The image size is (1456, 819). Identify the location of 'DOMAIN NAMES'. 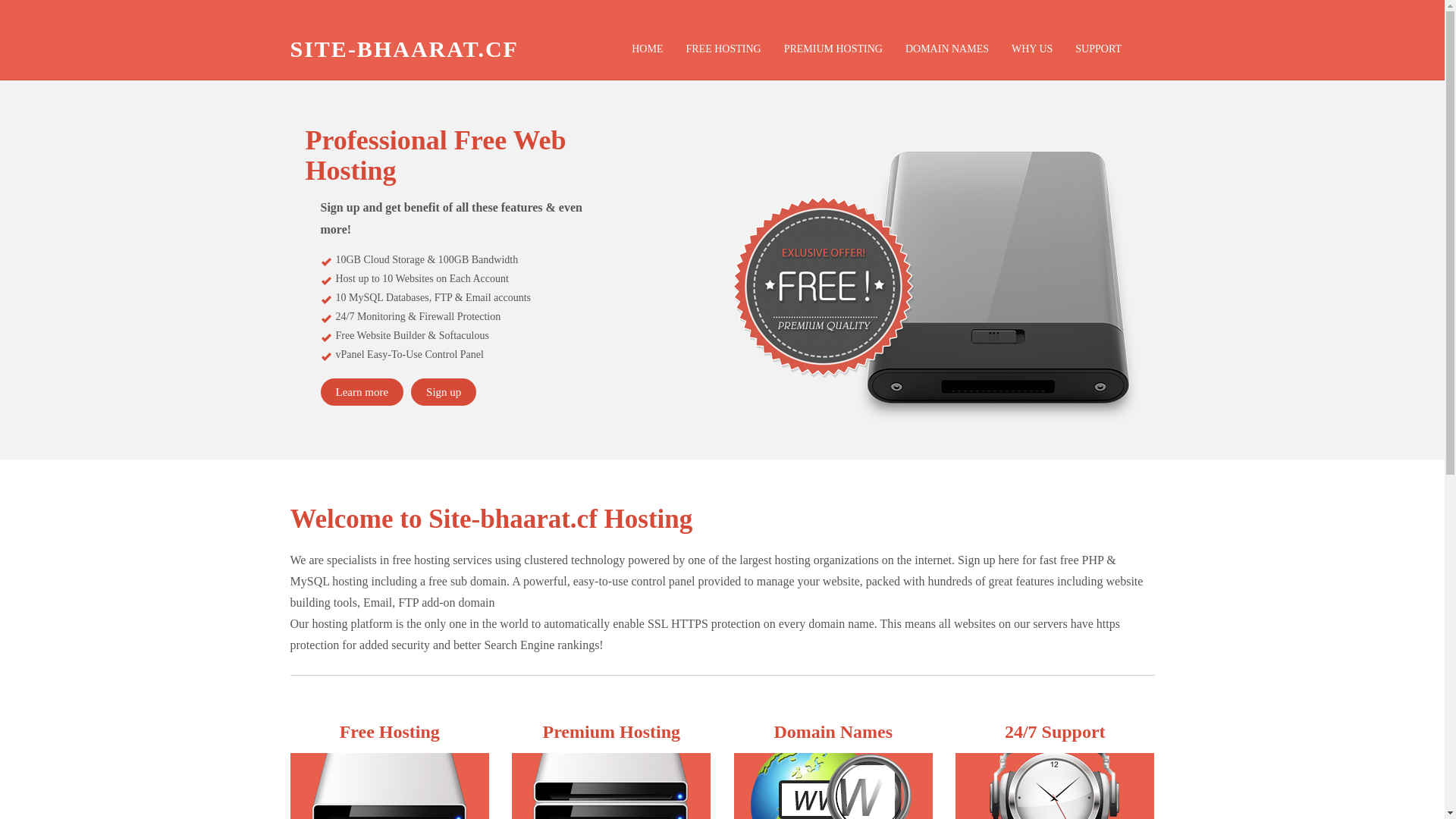
(894, 49).